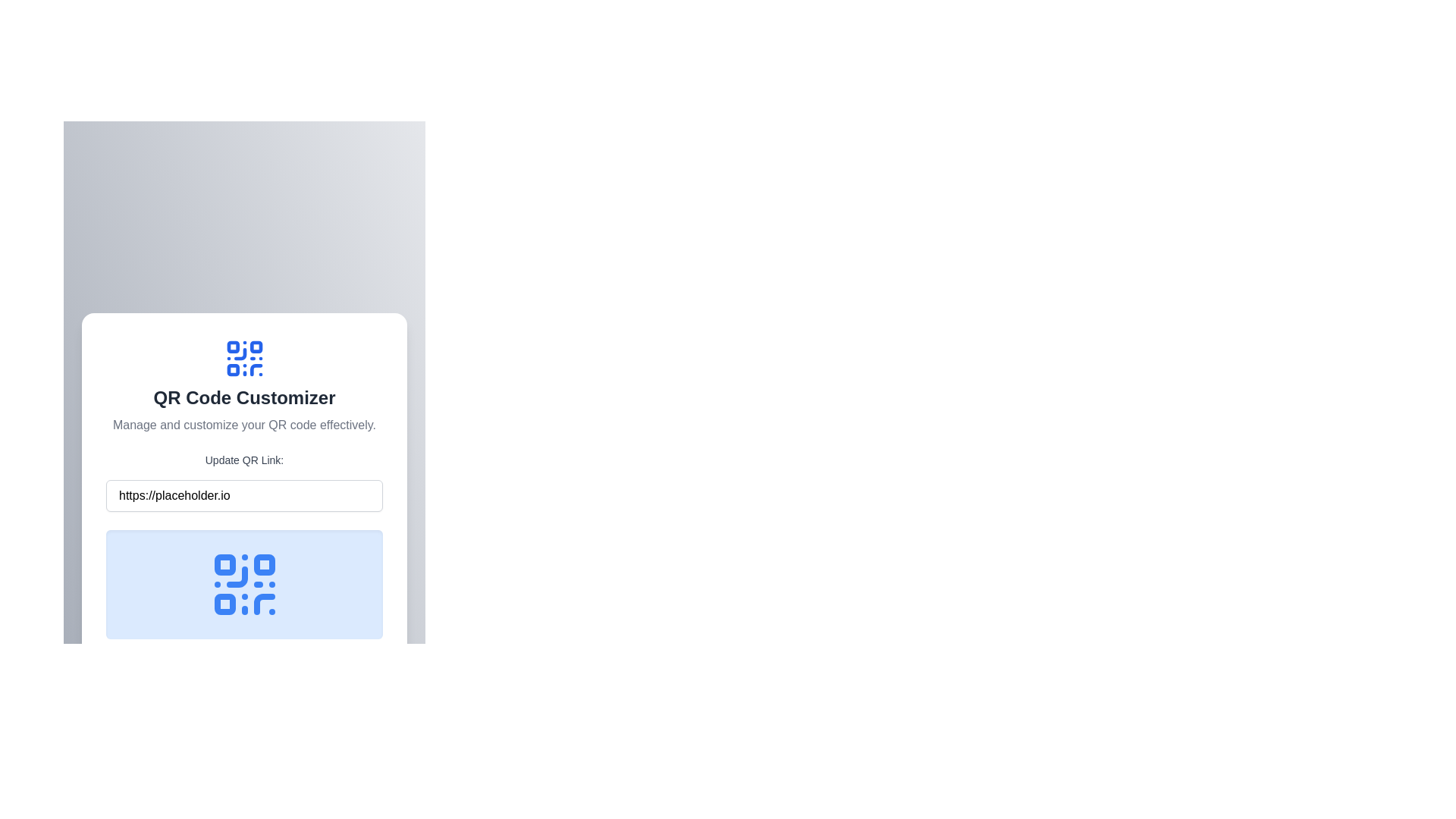 This screenshot has height=819, width=1456. What do you see at coordinates (239, 354) in the screenshot?
I see `the left vertical segment of the QR code icon located within the 'QR Code Customizer' card` at bounding box center [239, 354].